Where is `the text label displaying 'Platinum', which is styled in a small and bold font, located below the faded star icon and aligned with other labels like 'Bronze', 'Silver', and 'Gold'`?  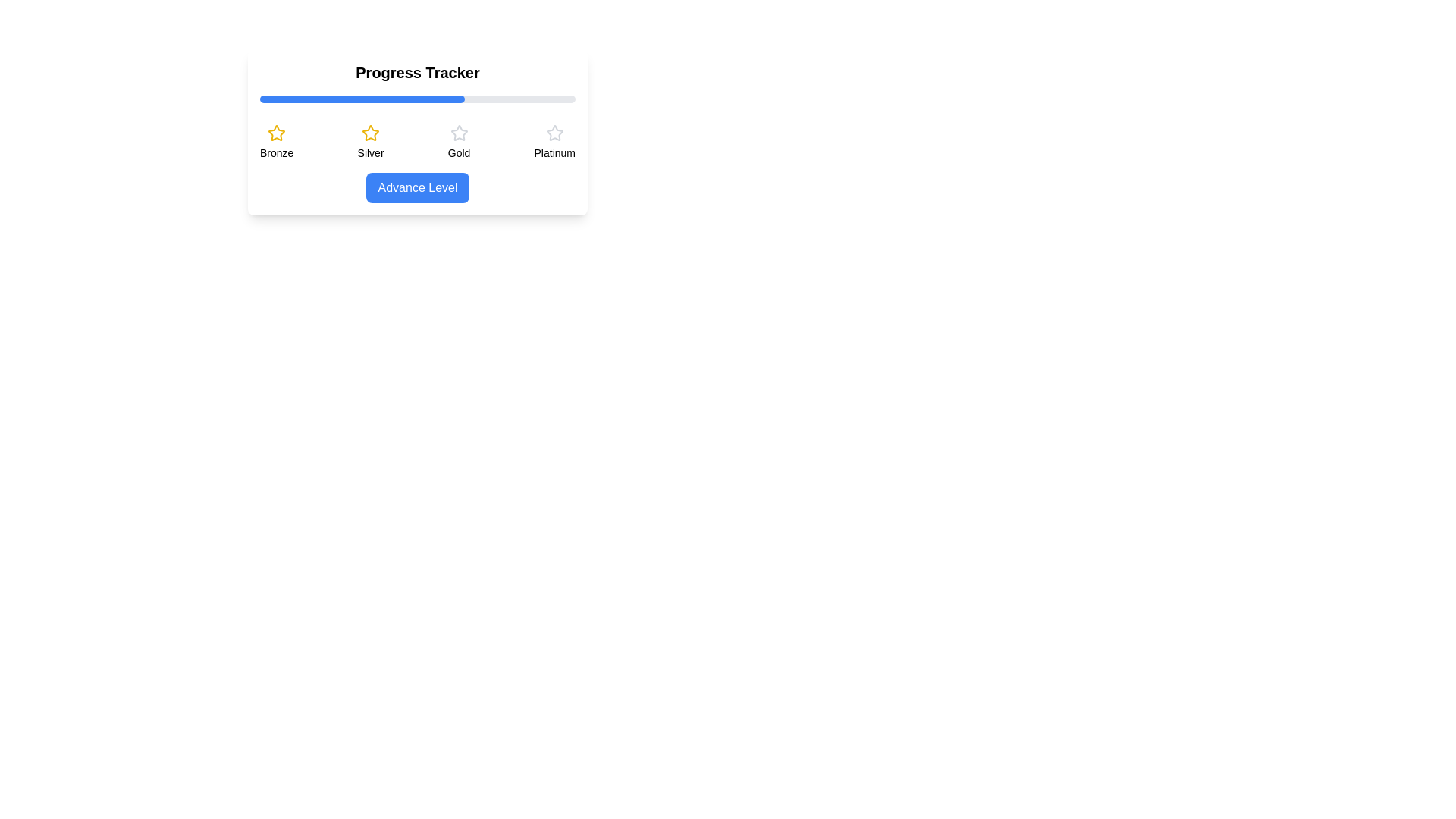
the text label displaying 'Platinum', which is styled in a small and bold font, located below the faded star icon and aligned with other labels like 'Bronze', 'Silver', and 'Gold' is located at coordinates (554, 152).